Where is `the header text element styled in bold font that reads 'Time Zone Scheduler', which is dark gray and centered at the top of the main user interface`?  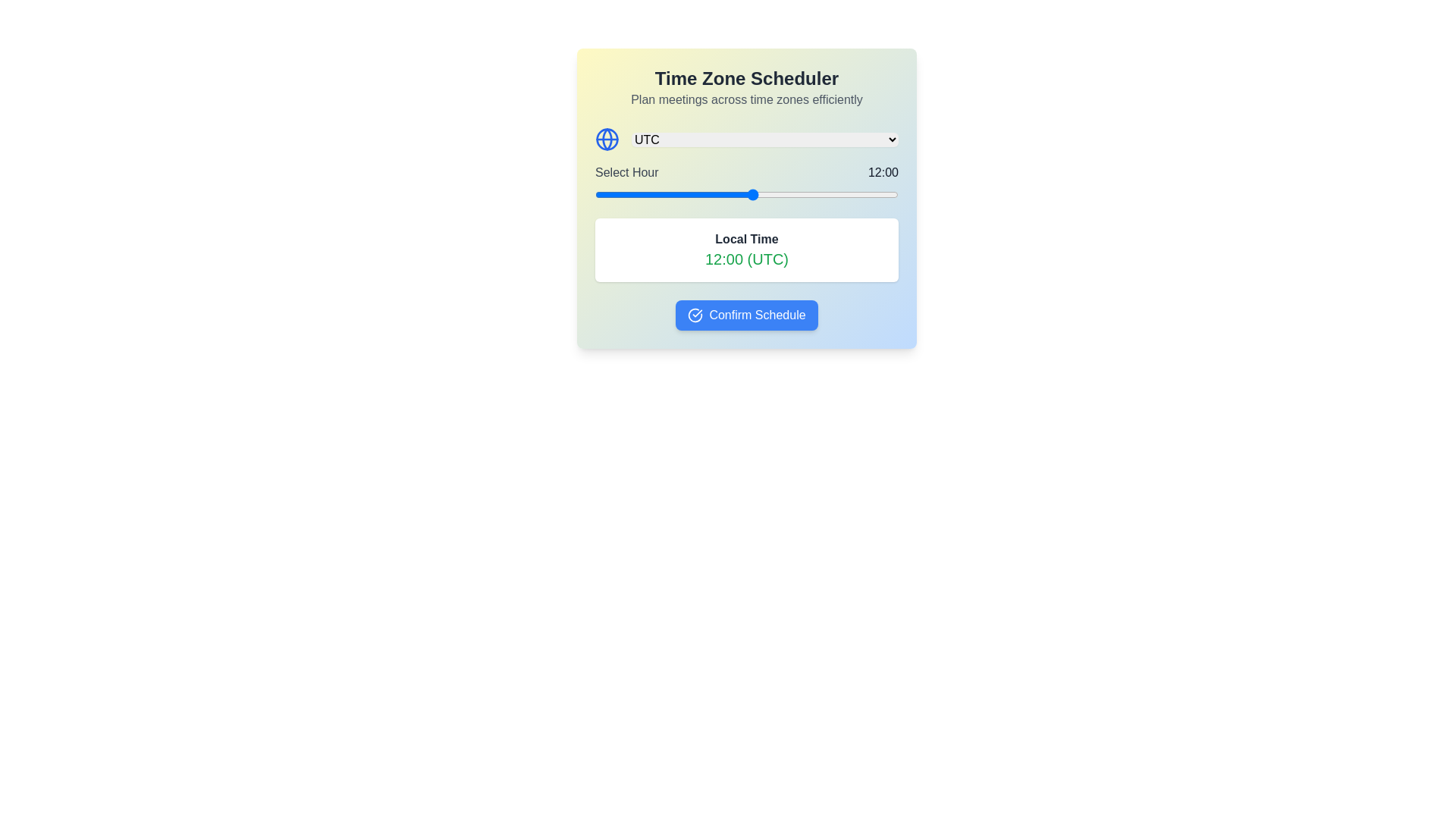 the header text element styled in bold font that reads 'Time Zone Scheduler', which is dark gray and centered at the top of the main user interface is located at coordinates (746, 79).